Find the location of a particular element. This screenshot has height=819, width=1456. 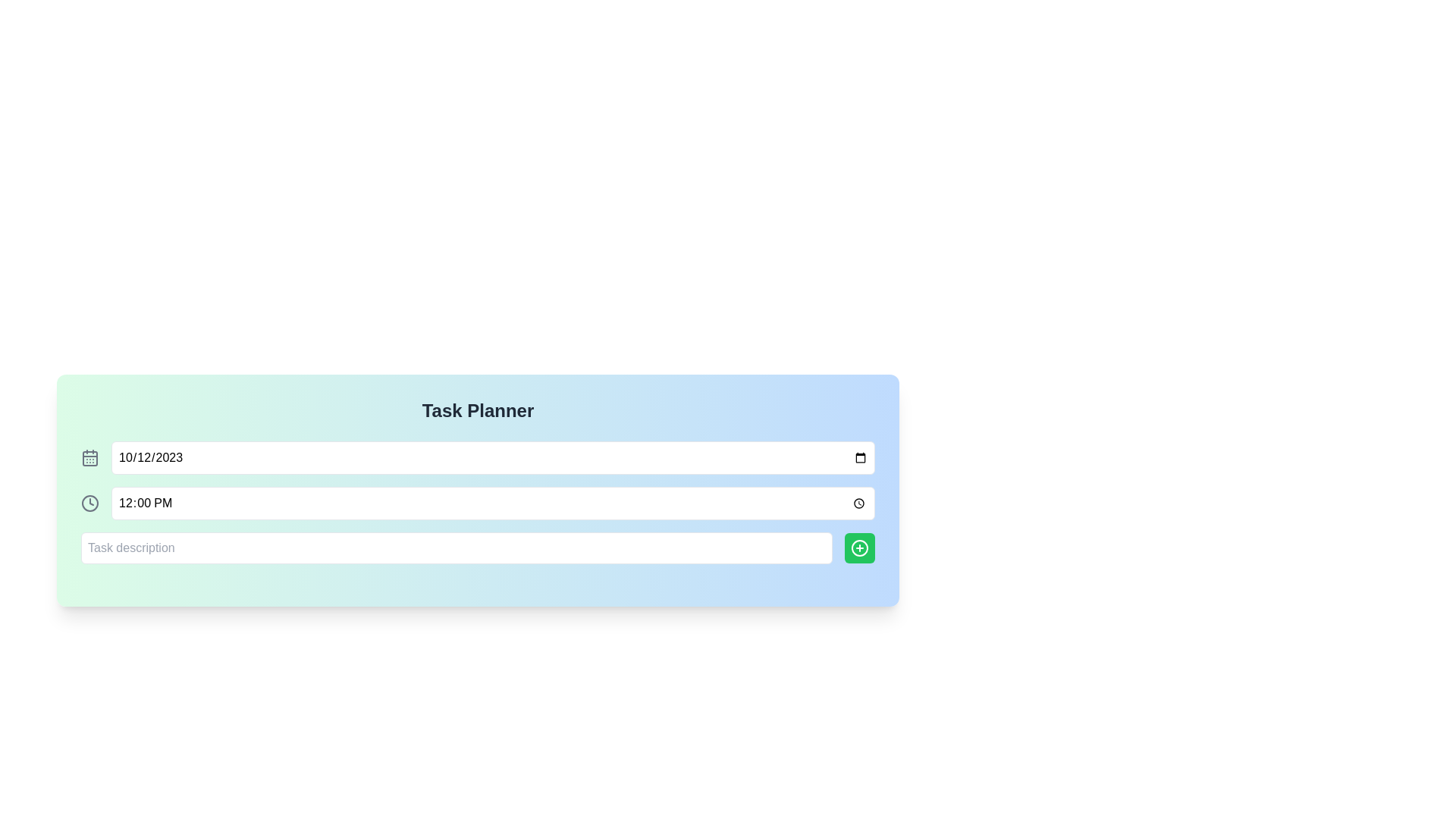

the interactive button located at the far-right end of the last row, which is designed to facilitate adding a new task or item, to observe the hover effect is located at coordinates (859, 548).